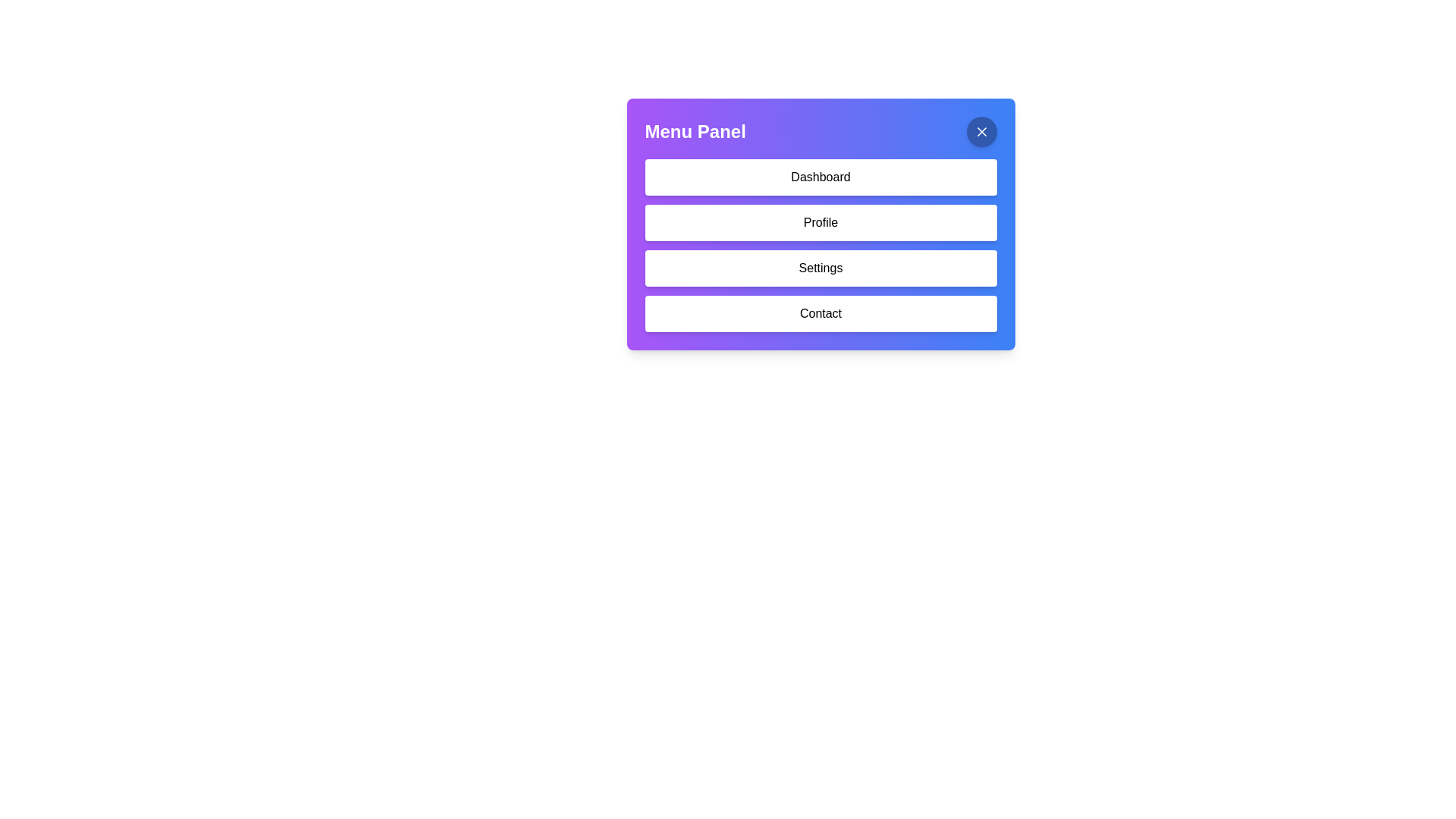 The image size is (1456, 819). I want to click on the 'Profile' button, which is a rectangular button with a white background and black text, located in the vertical menu panel, positioned below the 'Dashboard' button, so click(820, 222).